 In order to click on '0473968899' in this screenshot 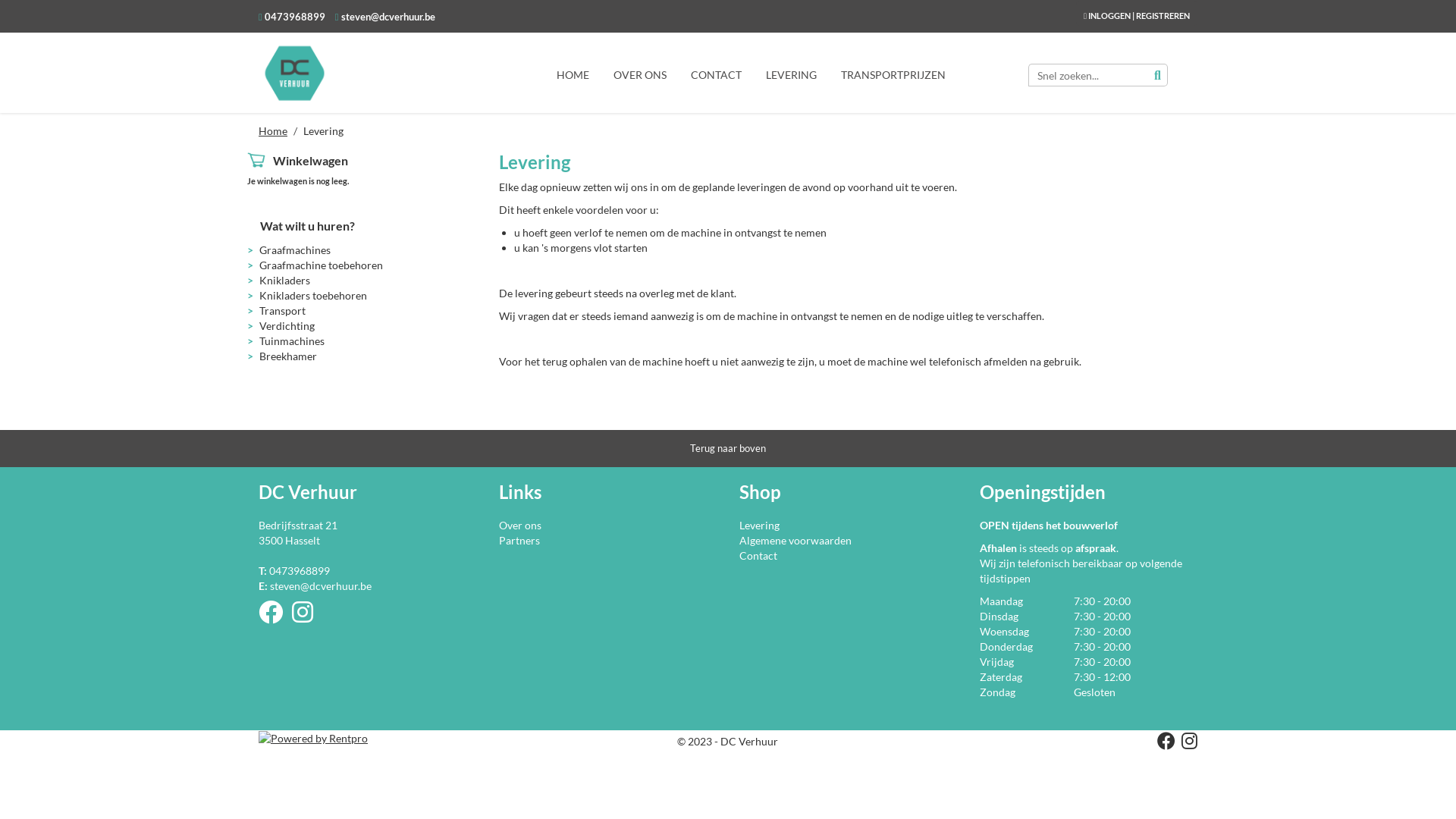, I will do `click(293, 17)`.